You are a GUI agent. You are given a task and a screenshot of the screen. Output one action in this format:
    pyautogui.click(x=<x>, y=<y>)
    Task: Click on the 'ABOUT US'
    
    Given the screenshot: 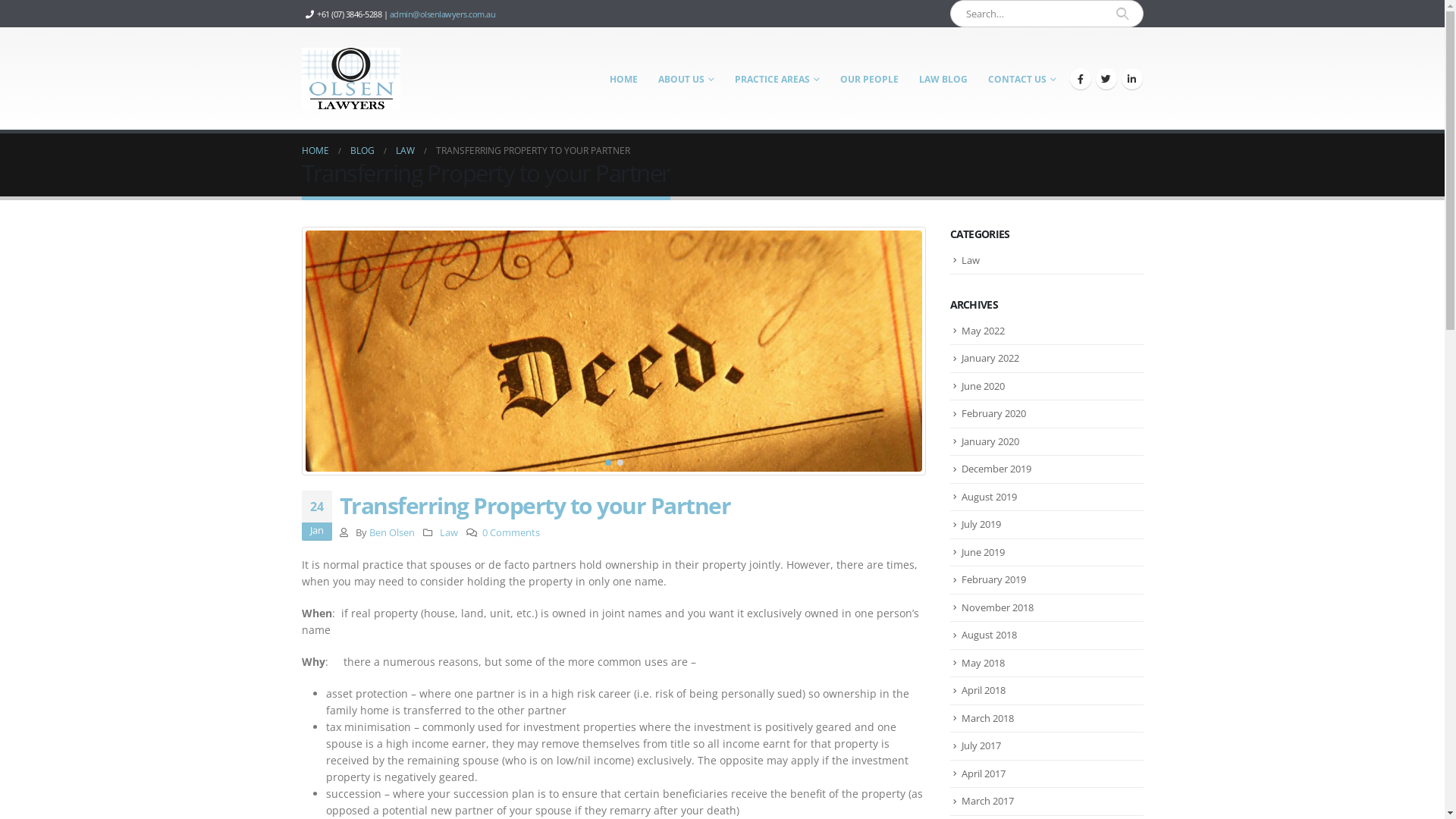 What is the action you would take?
    pyautogui.click(x=684, y=79)
    